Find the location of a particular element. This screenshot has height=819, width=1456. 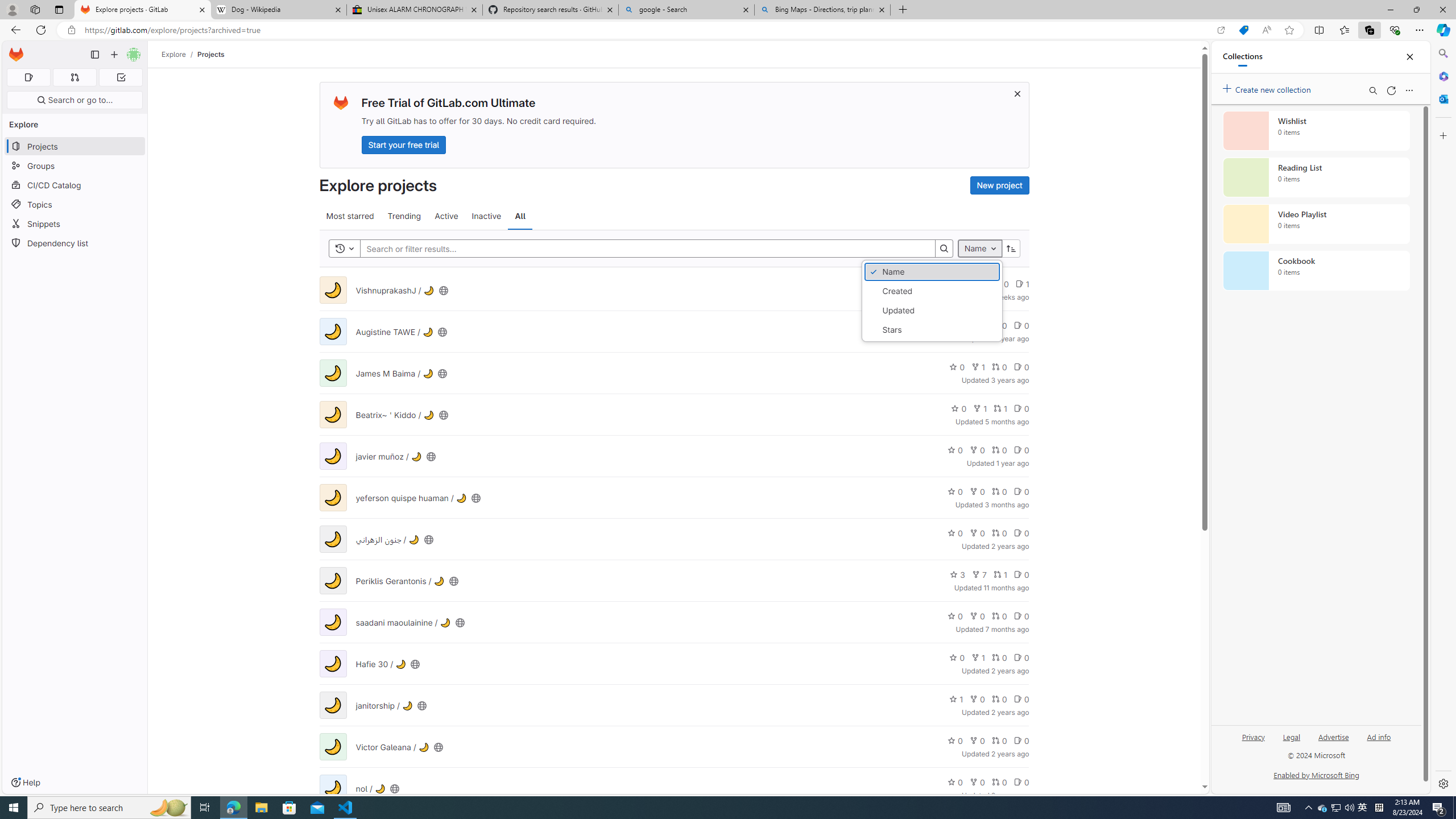

'Created' is located at coordinates (932, 290).